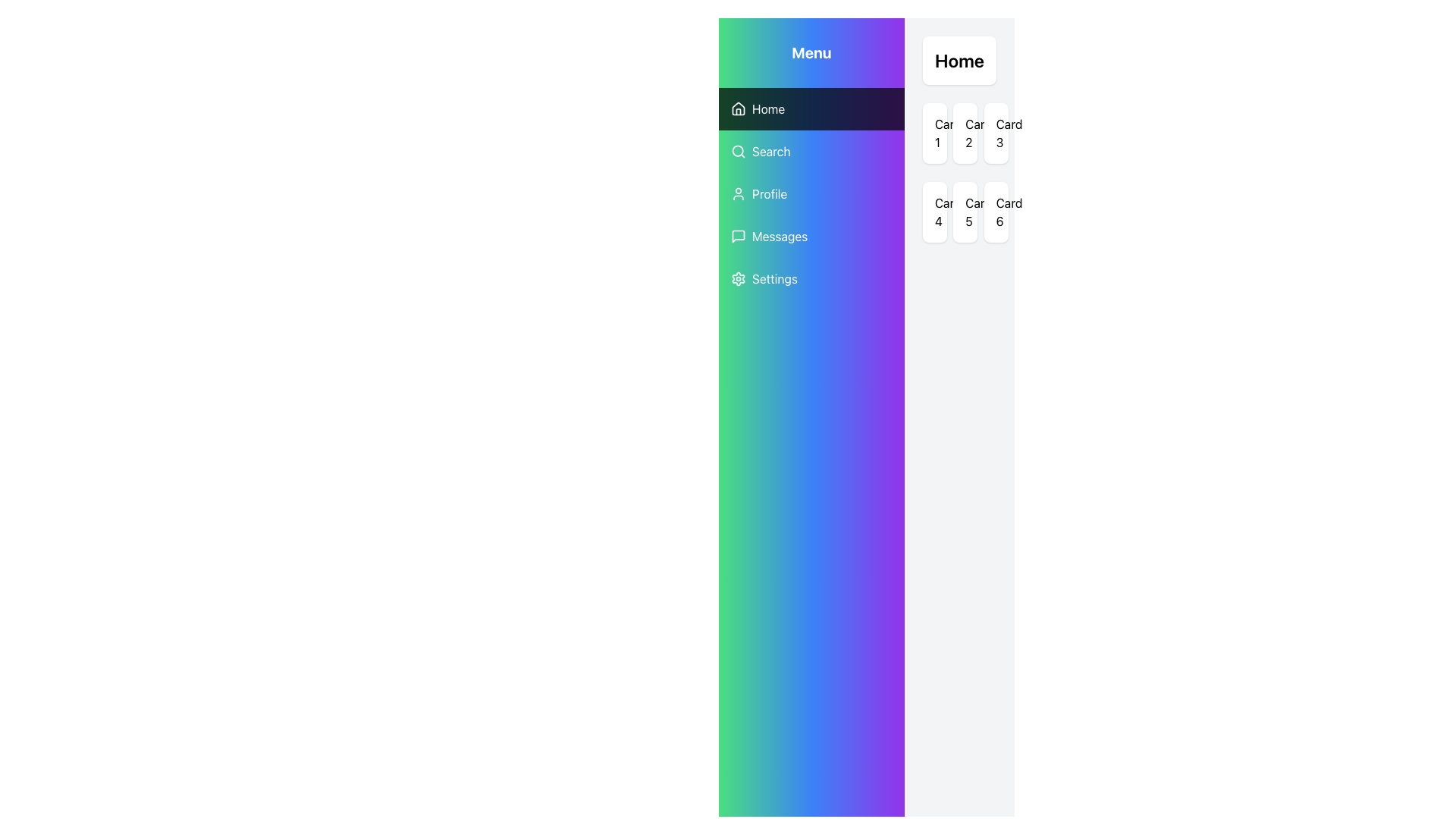 The width and height of the screenshot is (1456, 819). Describe the element at coordinates (768, 108) in the screenshot. I see `text label displaying 'Home' in the sidebar menu next to the house icon` at that location.